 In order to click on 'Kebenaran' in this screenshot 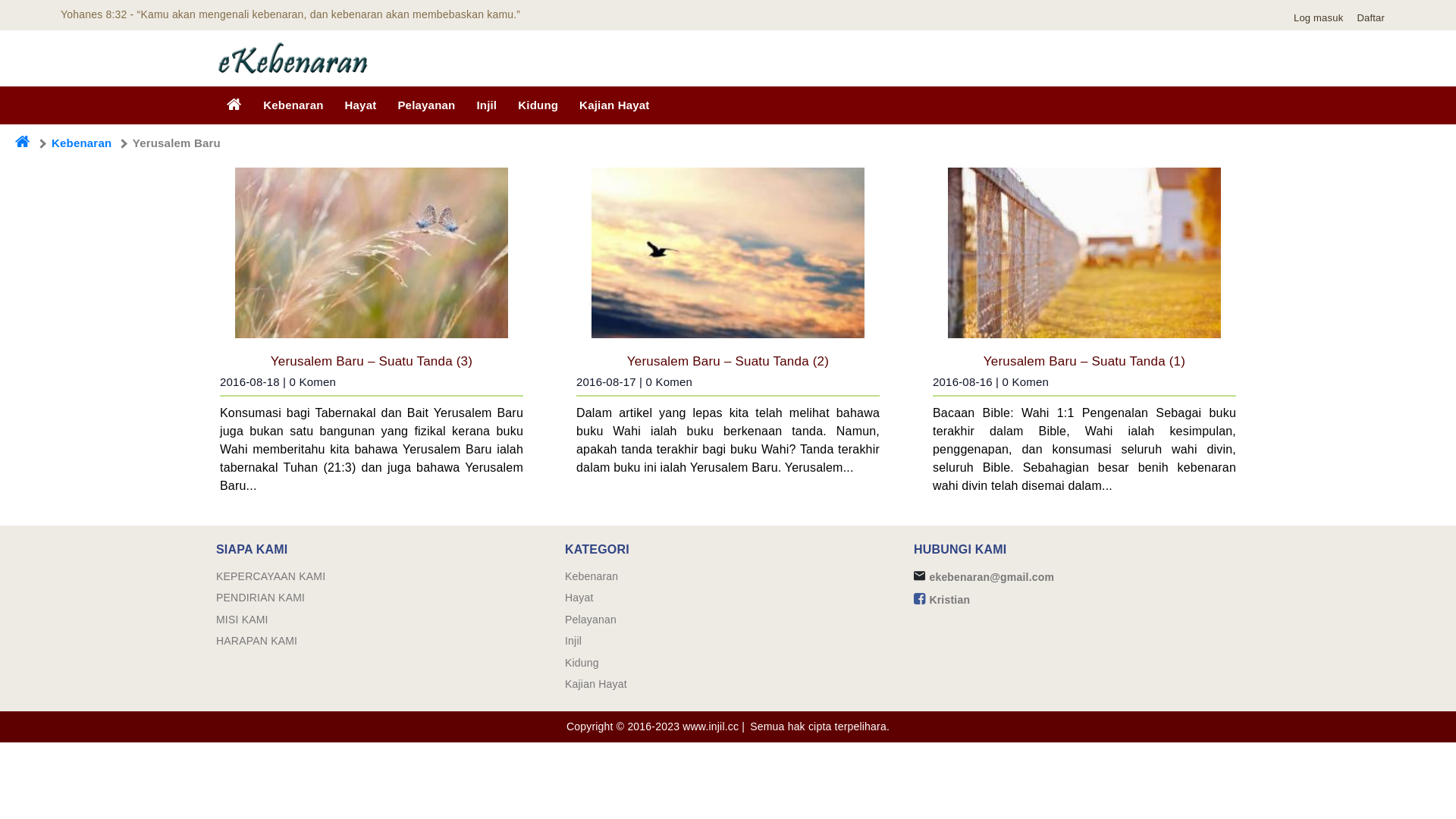, I will do `click(80, 143)`.